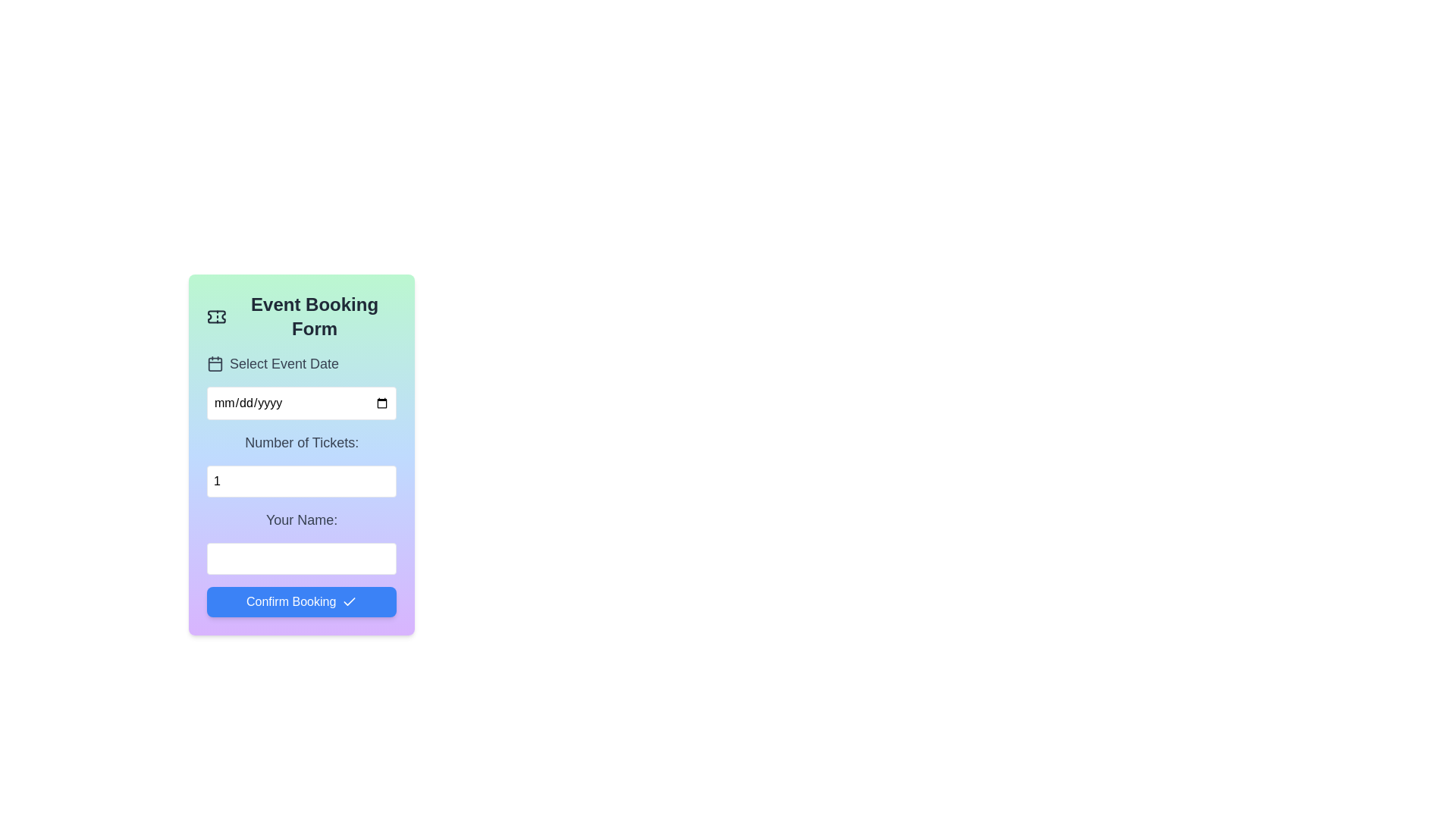 The image size is (1456, 819). Describe the element at coordinates (302, 454) in the screenshot. I see `the interactive elements of the composite form component for booking an event, which includes input fields and a confirmation button` at that location.